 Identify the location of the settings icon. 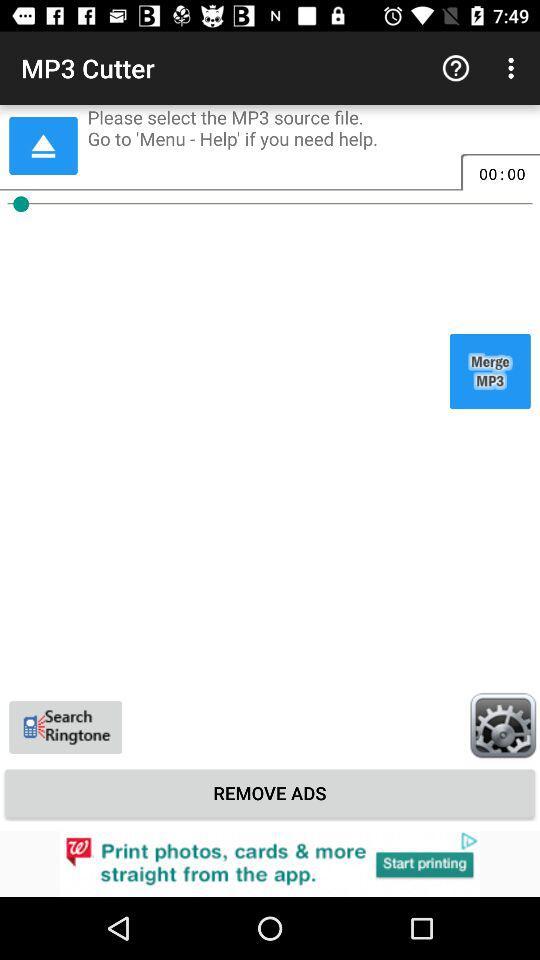
(502, 724).